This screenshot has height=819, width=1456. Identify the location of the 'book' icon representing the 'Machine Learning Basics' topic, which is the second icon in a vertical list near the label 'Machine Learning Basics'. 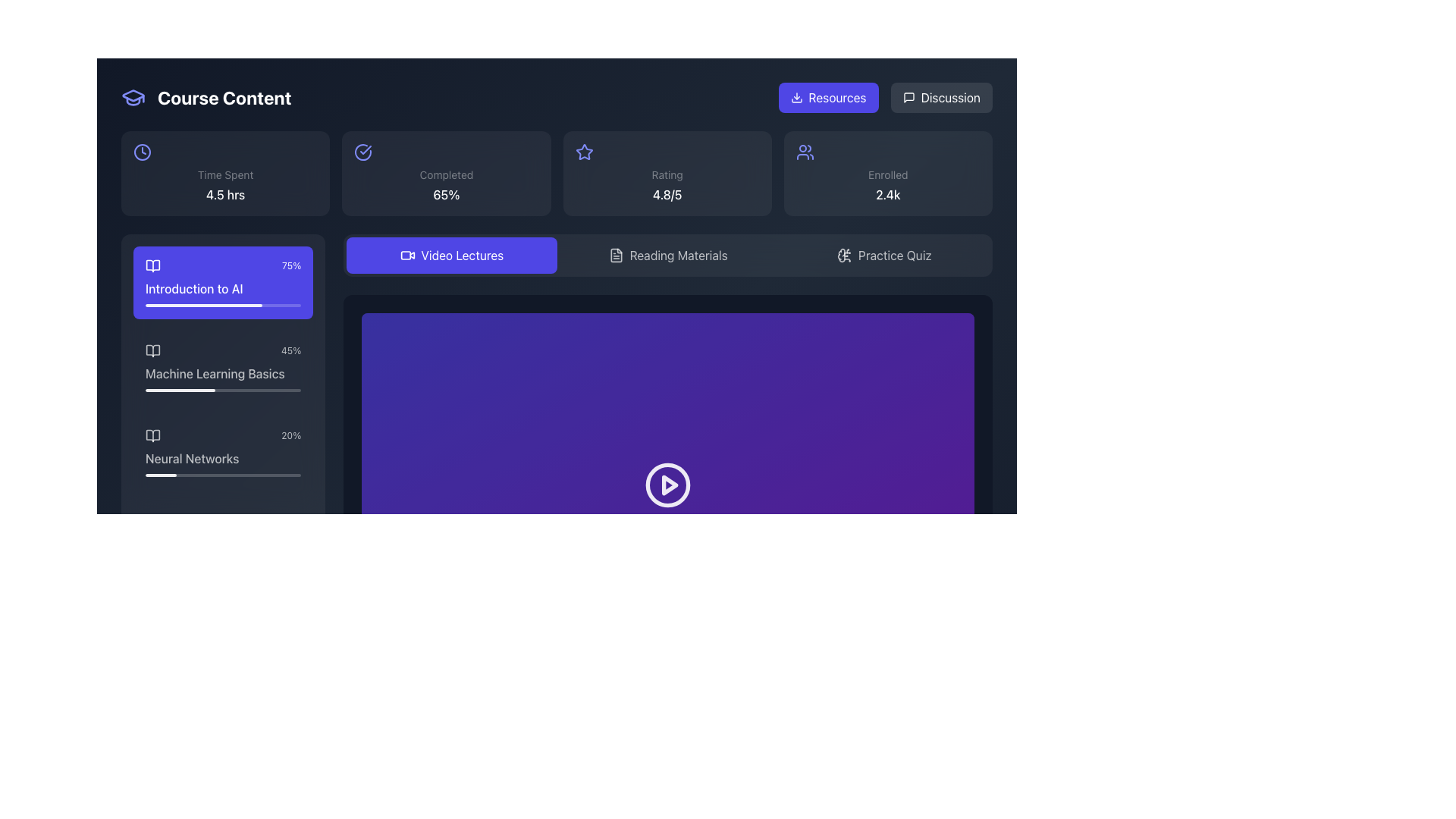
(152, 350).